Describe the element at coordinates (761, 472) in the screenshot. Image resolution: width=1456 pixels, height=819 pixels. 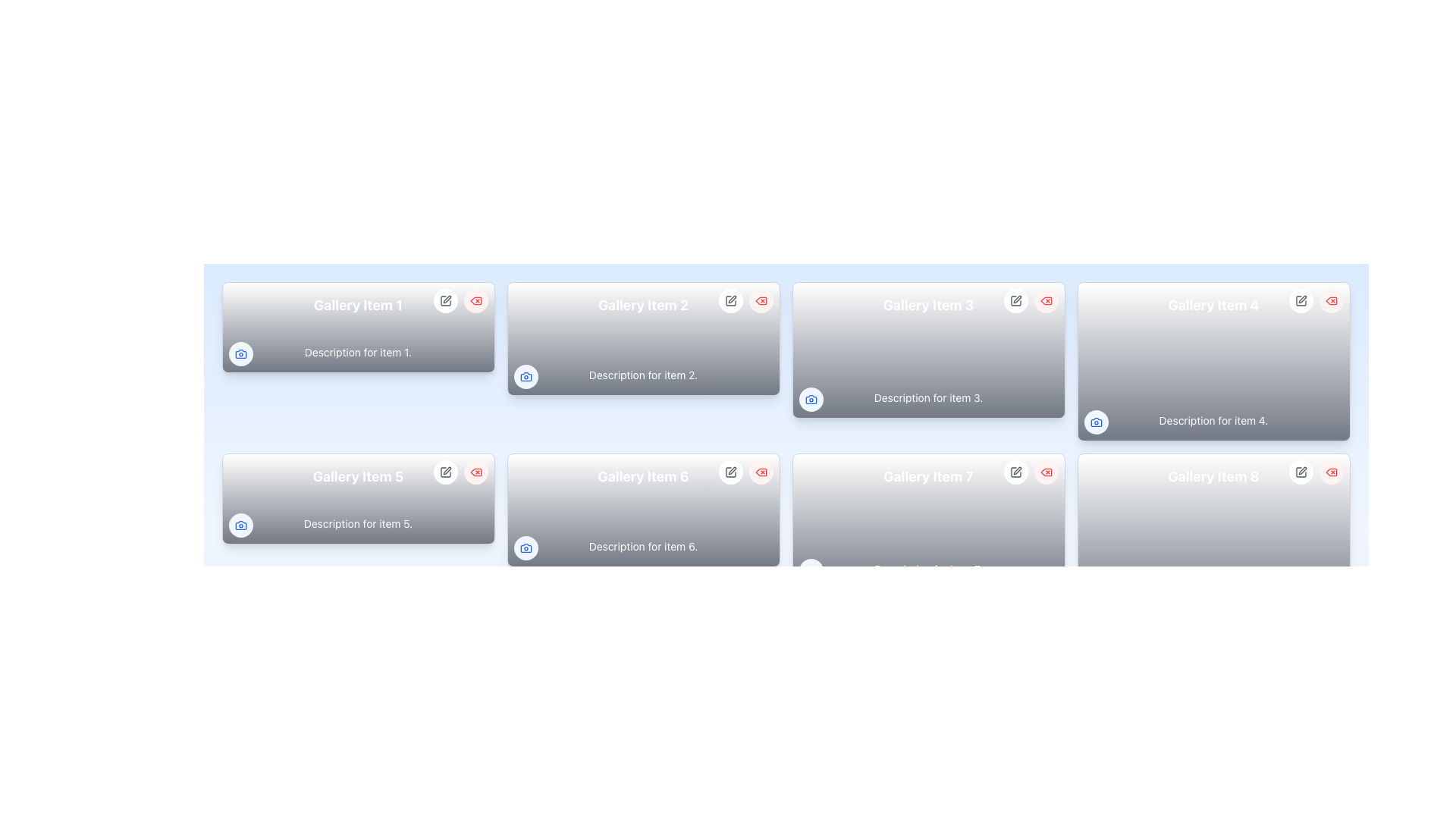
I see `the delete button located in the upper-right corner of the sixth card in the grid layout` at that location.